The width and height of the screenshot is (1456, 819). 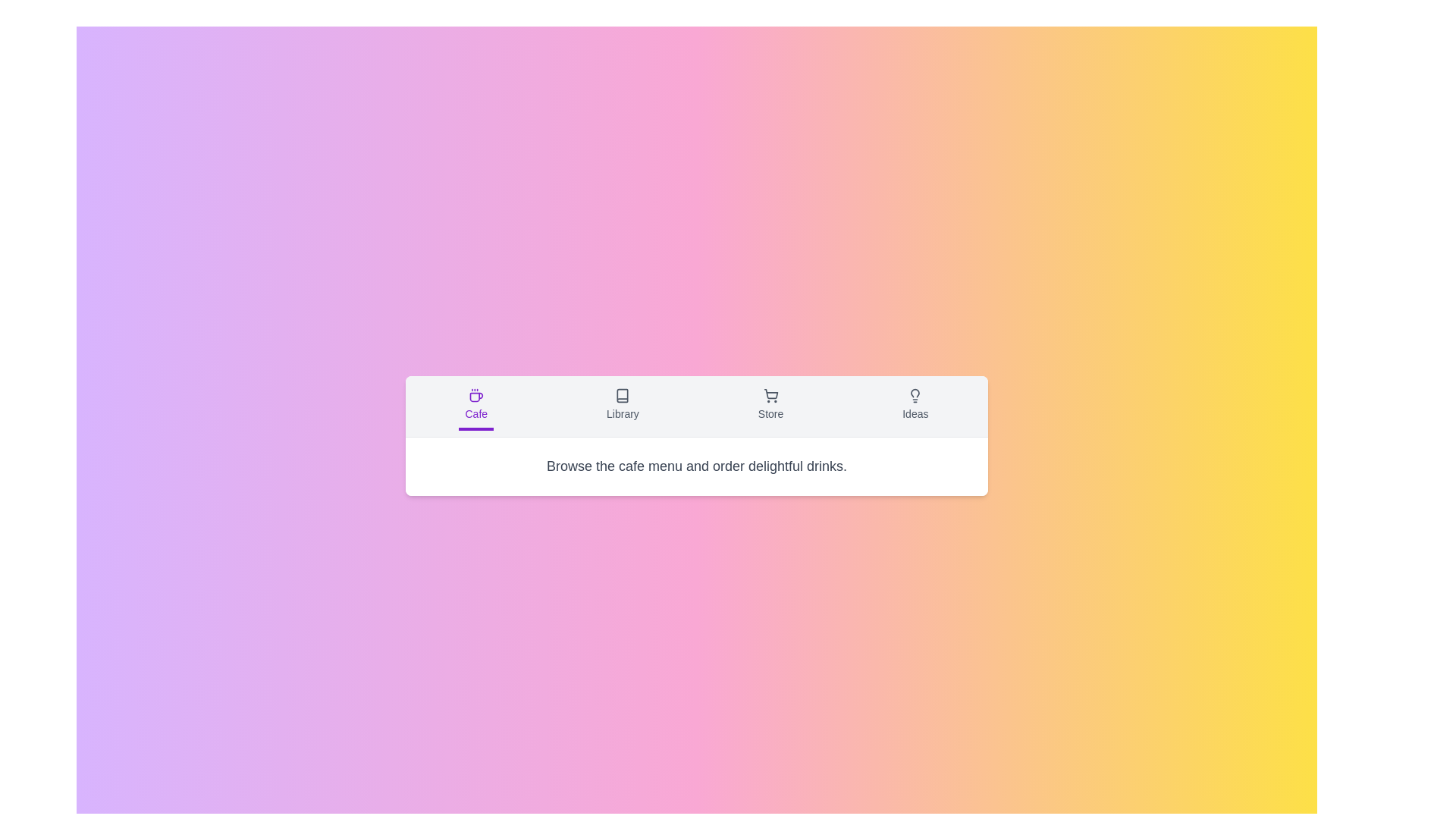 What do you see at coordinates (475, 394) in the screenshot?
I see `the coffee cup icon with purple outlines located above the text 'Cafe' in the navigation segment at the bottom of the viewport` at bounding box center [475, 394].